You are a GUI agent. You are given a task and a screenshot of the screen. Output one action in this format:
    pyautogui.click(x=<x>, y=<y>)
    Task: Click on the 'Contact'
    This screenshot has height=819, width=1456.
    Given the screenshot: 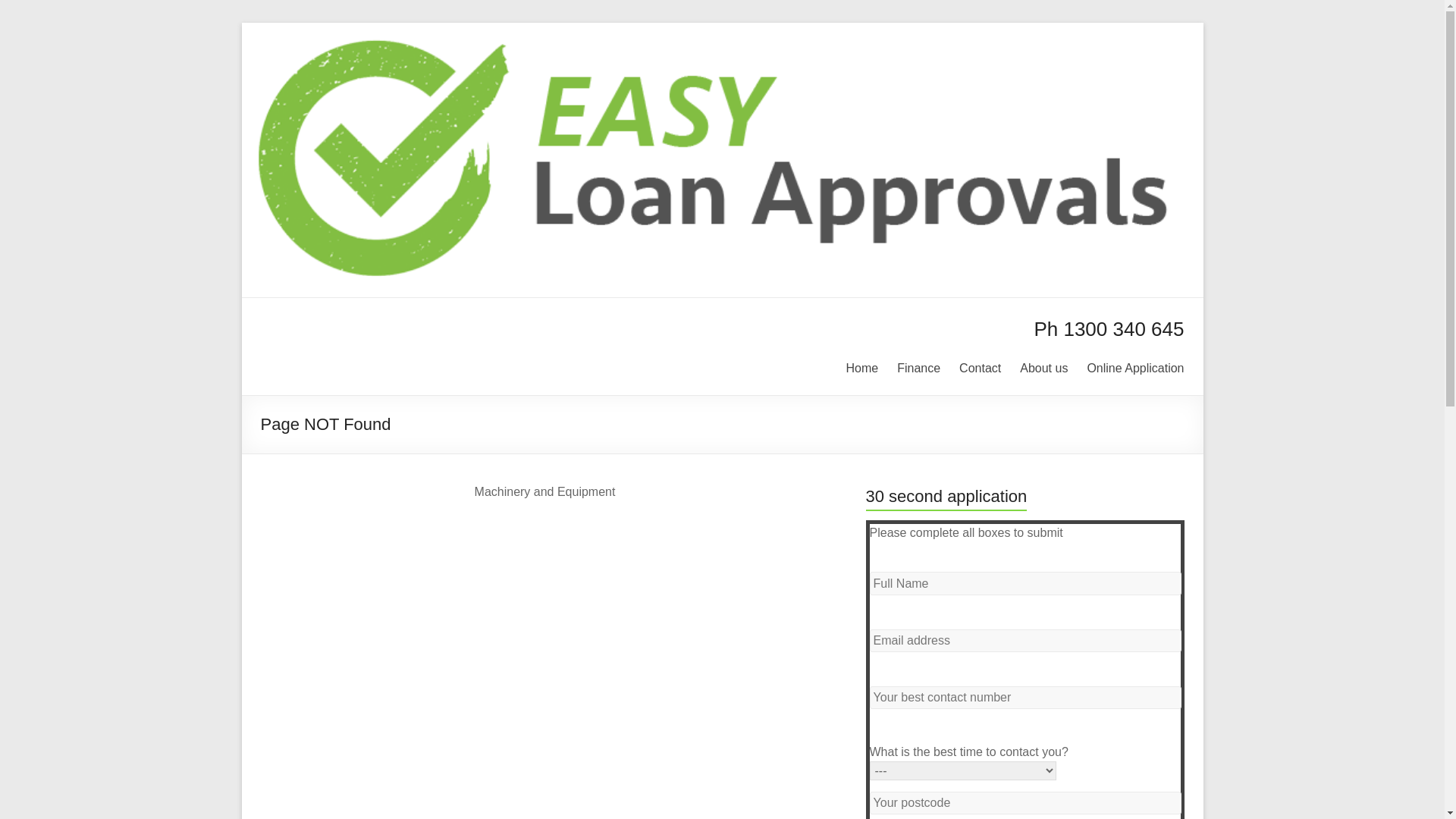 What is the action you would take?
    pyautogui.click(x=980, y=366)
    